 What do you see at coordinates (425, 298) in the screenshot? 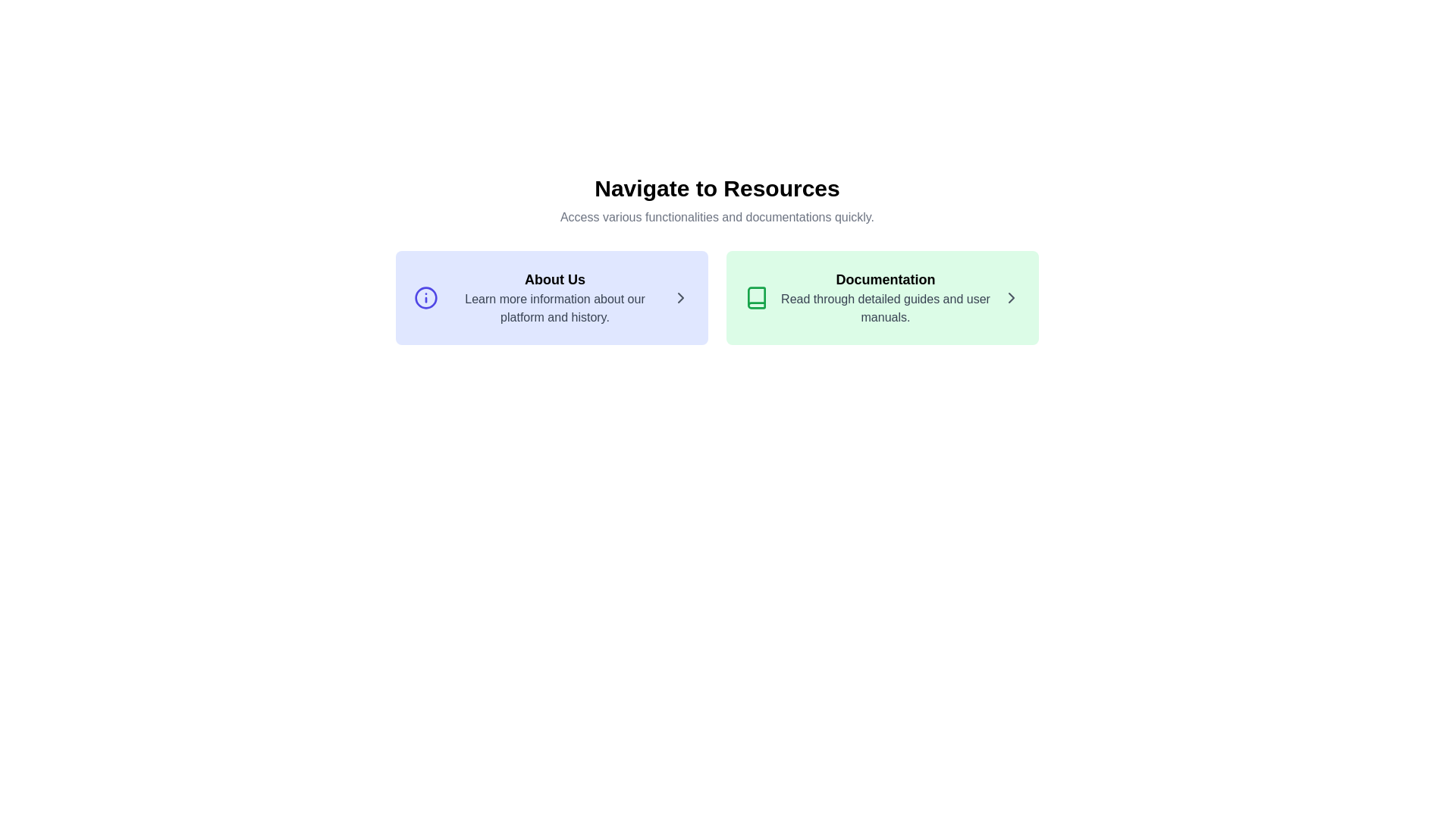
I see `the blue outlined circular graphic that is part of the information symbol icon in the 'About Us' section` at bounding box center [425, 298].